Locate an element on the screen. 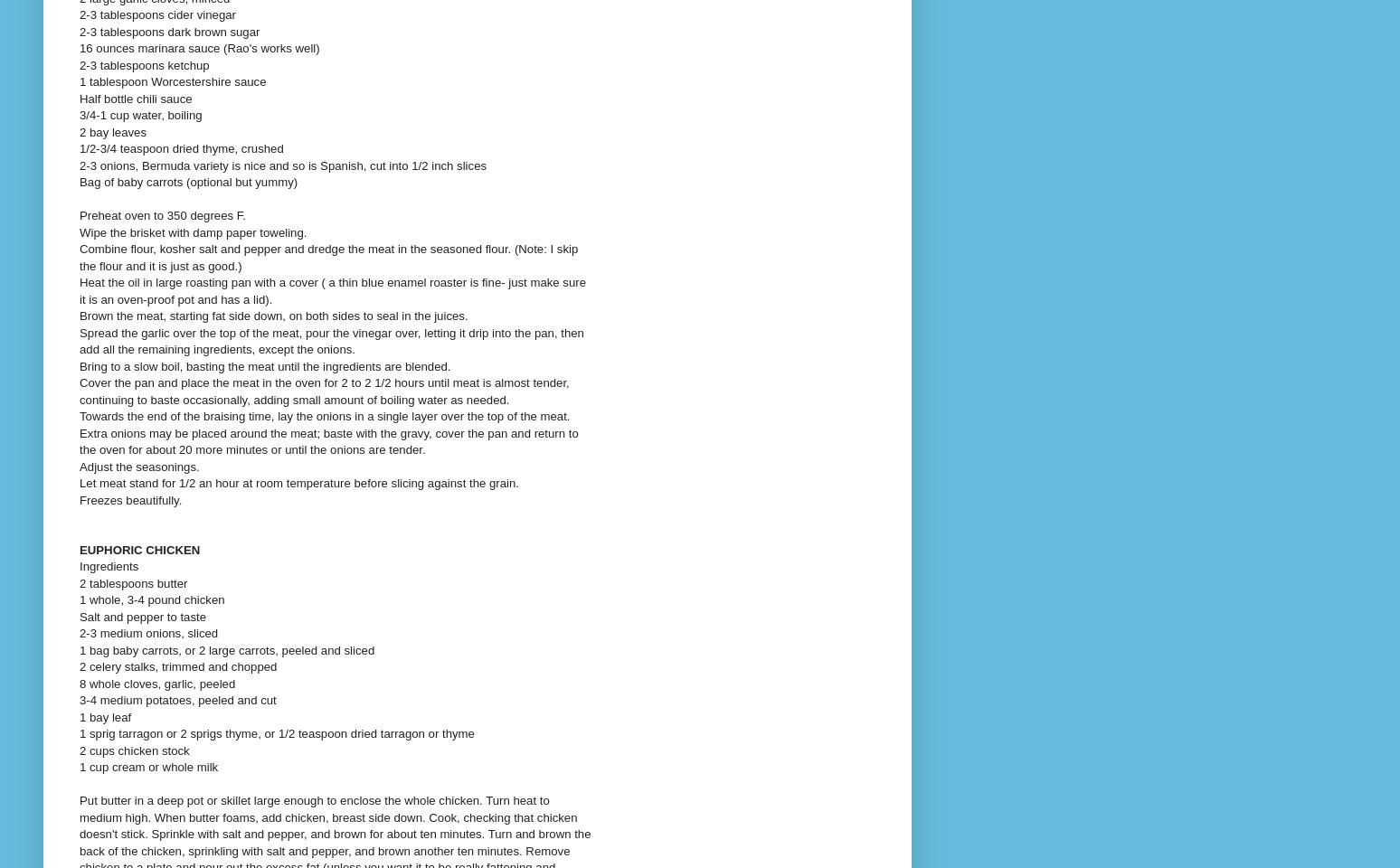 Image resolution: width=1400 pixels, height=868 pixels. '1 bay leaf' is located at coordinates (105, 716).